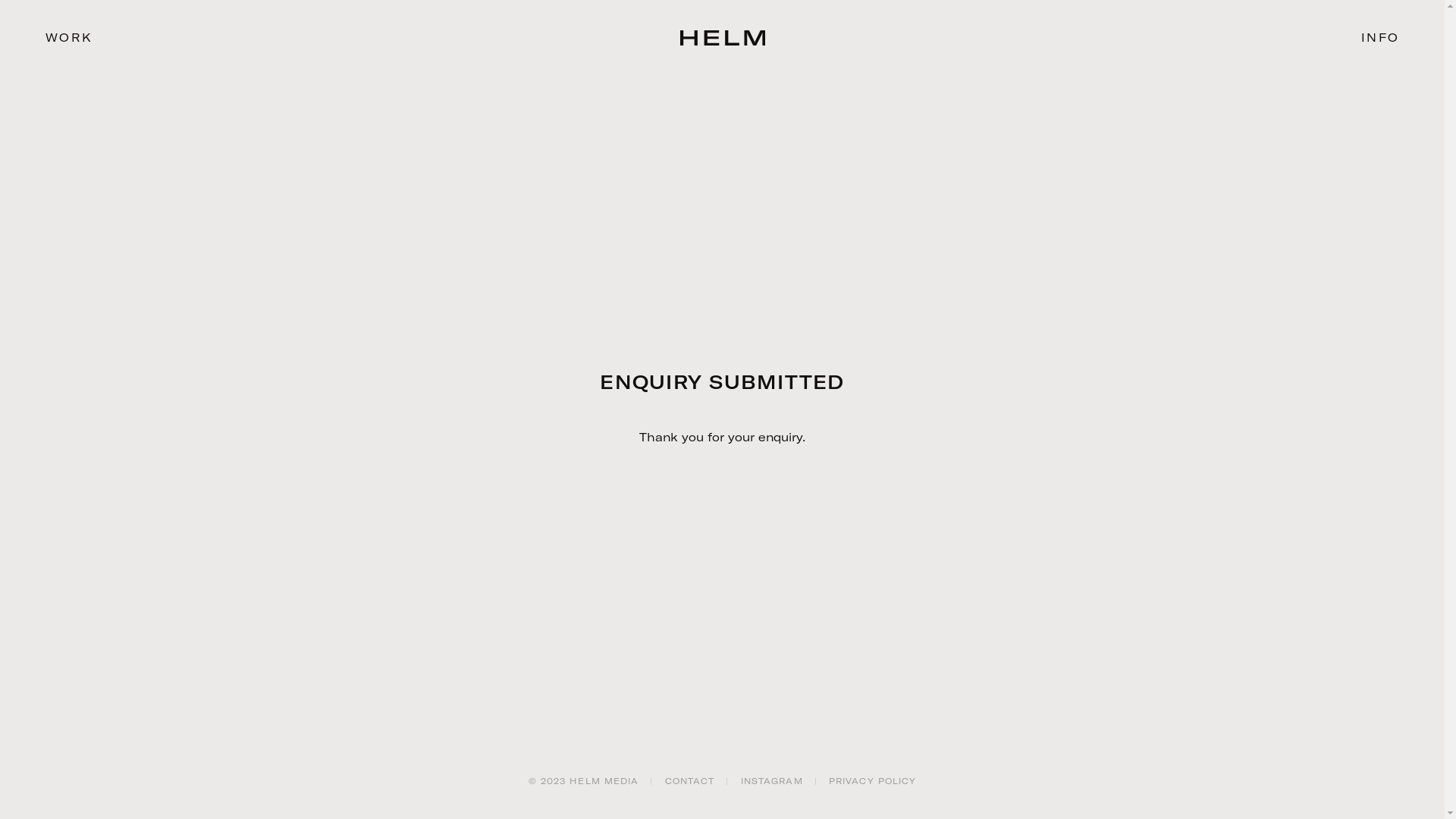 The width and height of the screenshot is (1456, 819). I want to click on 'HELM Media', so click(720, 37).